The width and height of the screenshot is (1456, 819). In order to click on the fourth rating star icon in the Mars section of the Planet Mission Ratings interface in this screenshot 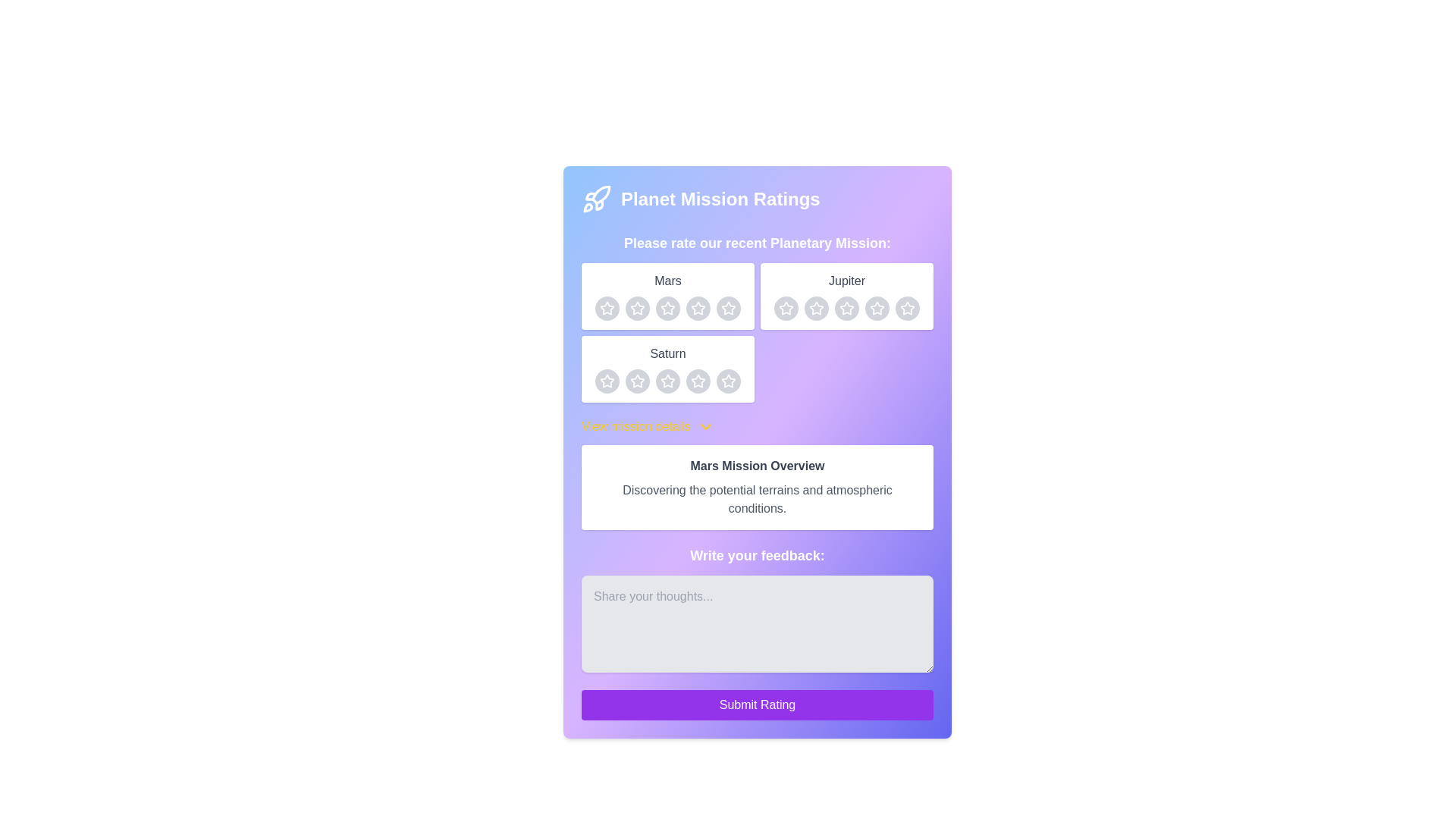, I will do `click(698, 307)`.